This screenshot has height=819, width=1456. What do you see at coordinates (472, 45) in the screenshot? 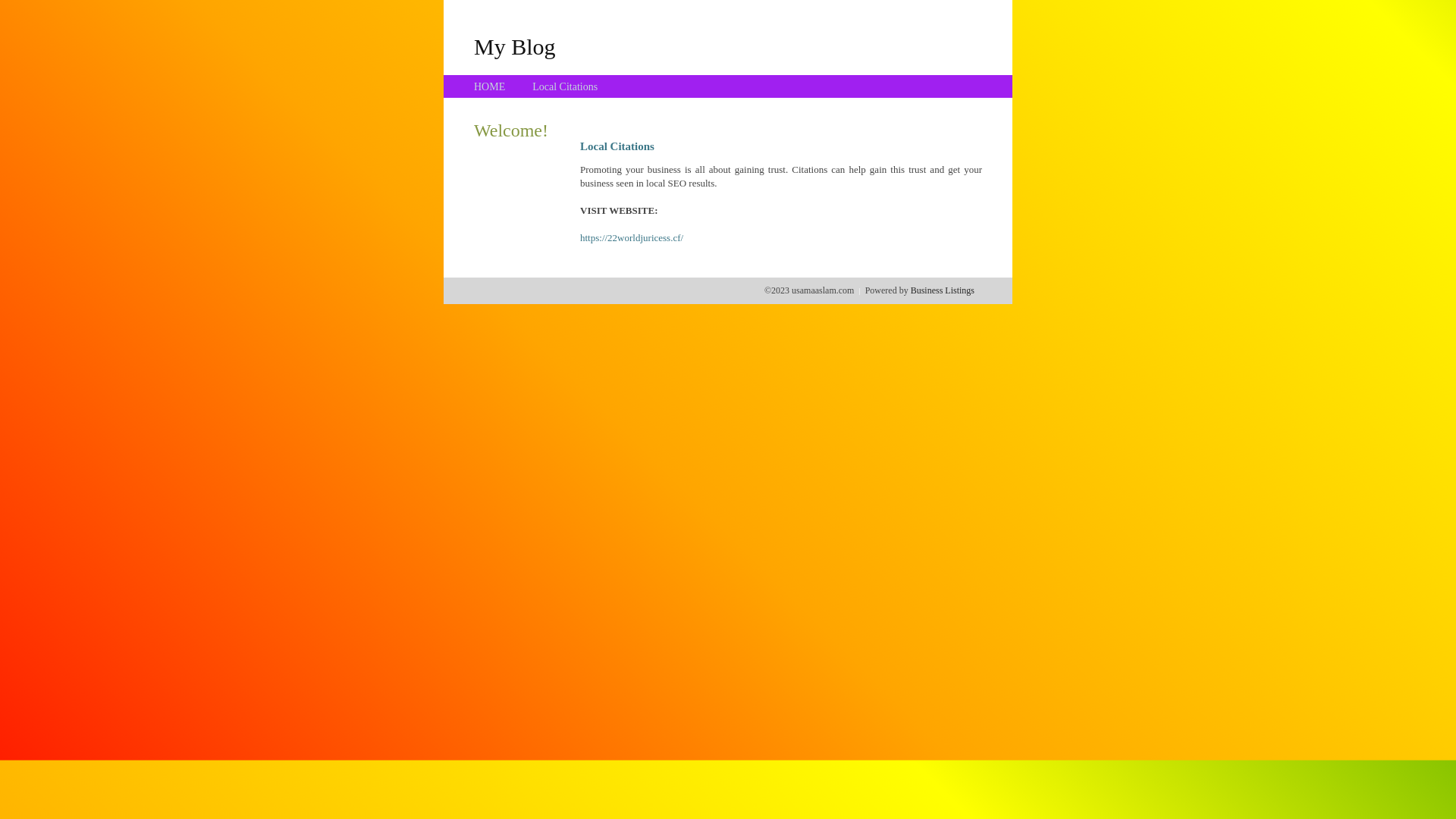
I see `'My Blog'` at bounding box center [472, 45].